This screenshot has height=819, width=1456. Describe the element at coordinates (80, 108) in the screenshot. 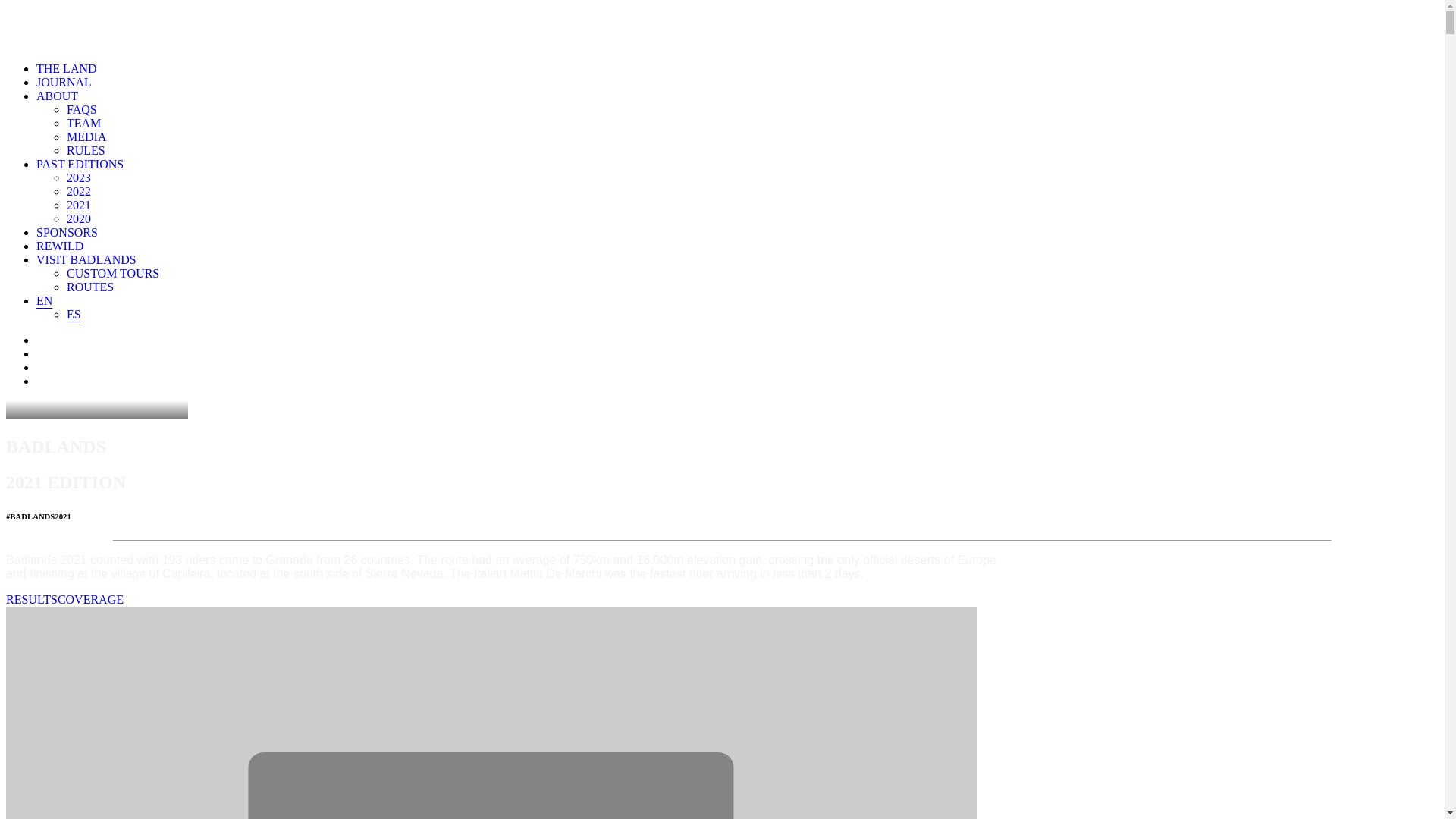

I see `'FAQS'` at that location.